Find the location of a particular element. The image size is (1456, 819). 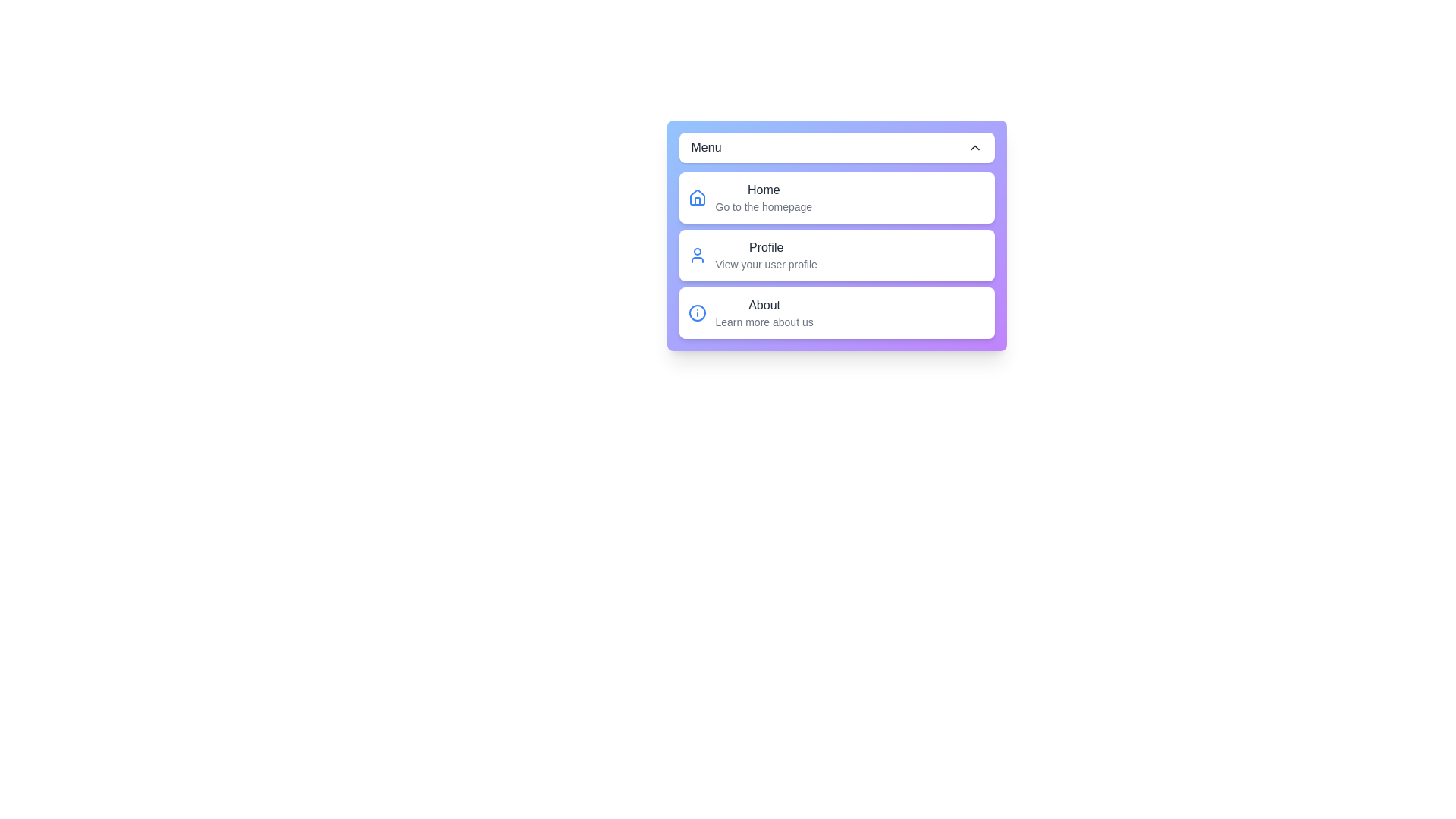

the menu item Profile to observe the hover effect is located at coordinates (836, 254).